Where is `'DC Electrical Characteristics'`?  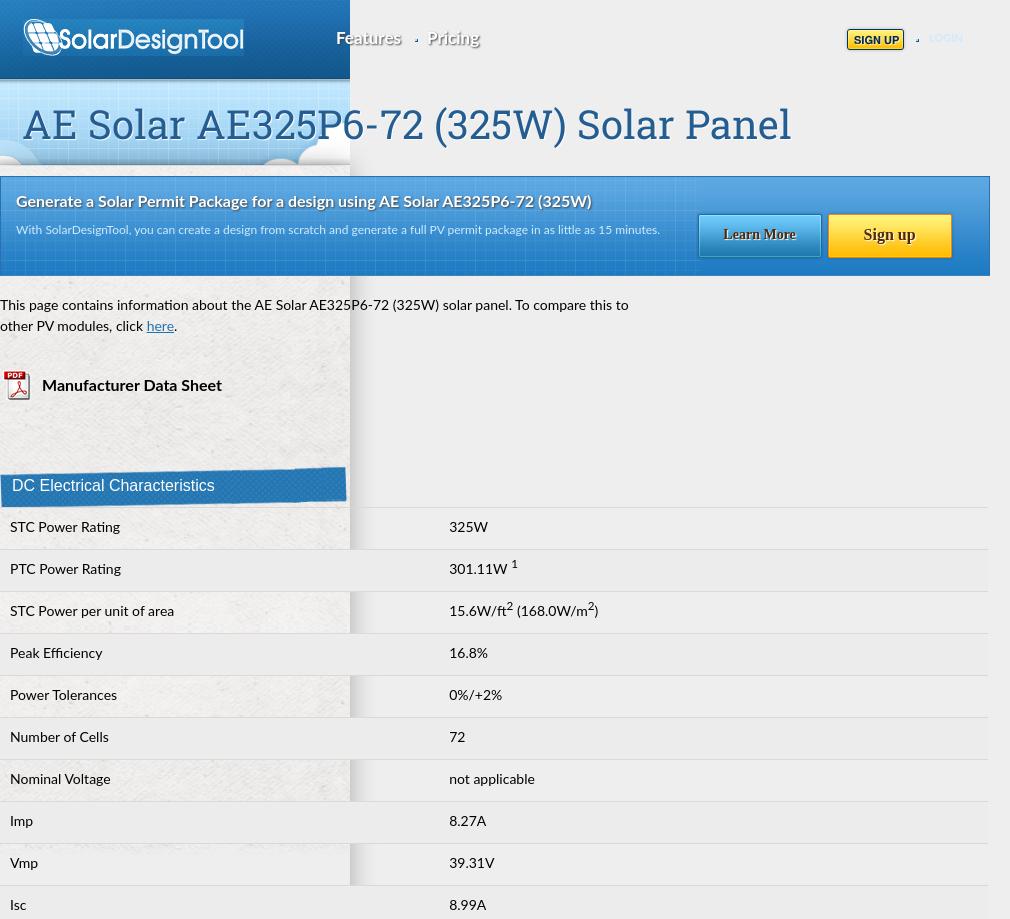
'DC Electrical Characteristics' is located at coordinates (11, 484).